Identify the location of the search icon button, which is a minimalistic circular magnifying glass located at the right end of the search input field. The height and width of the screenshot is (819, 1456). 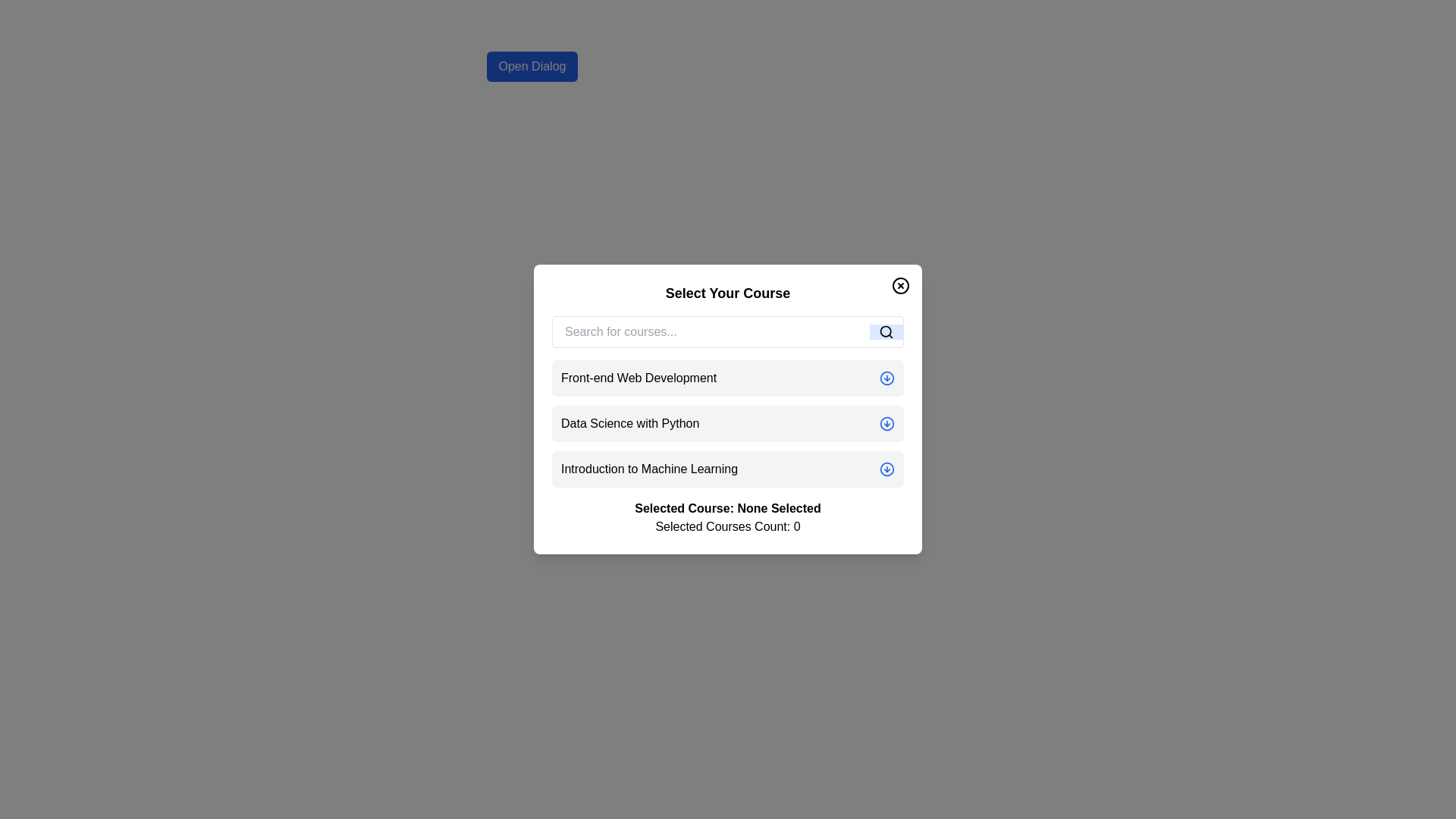
(886, 331).